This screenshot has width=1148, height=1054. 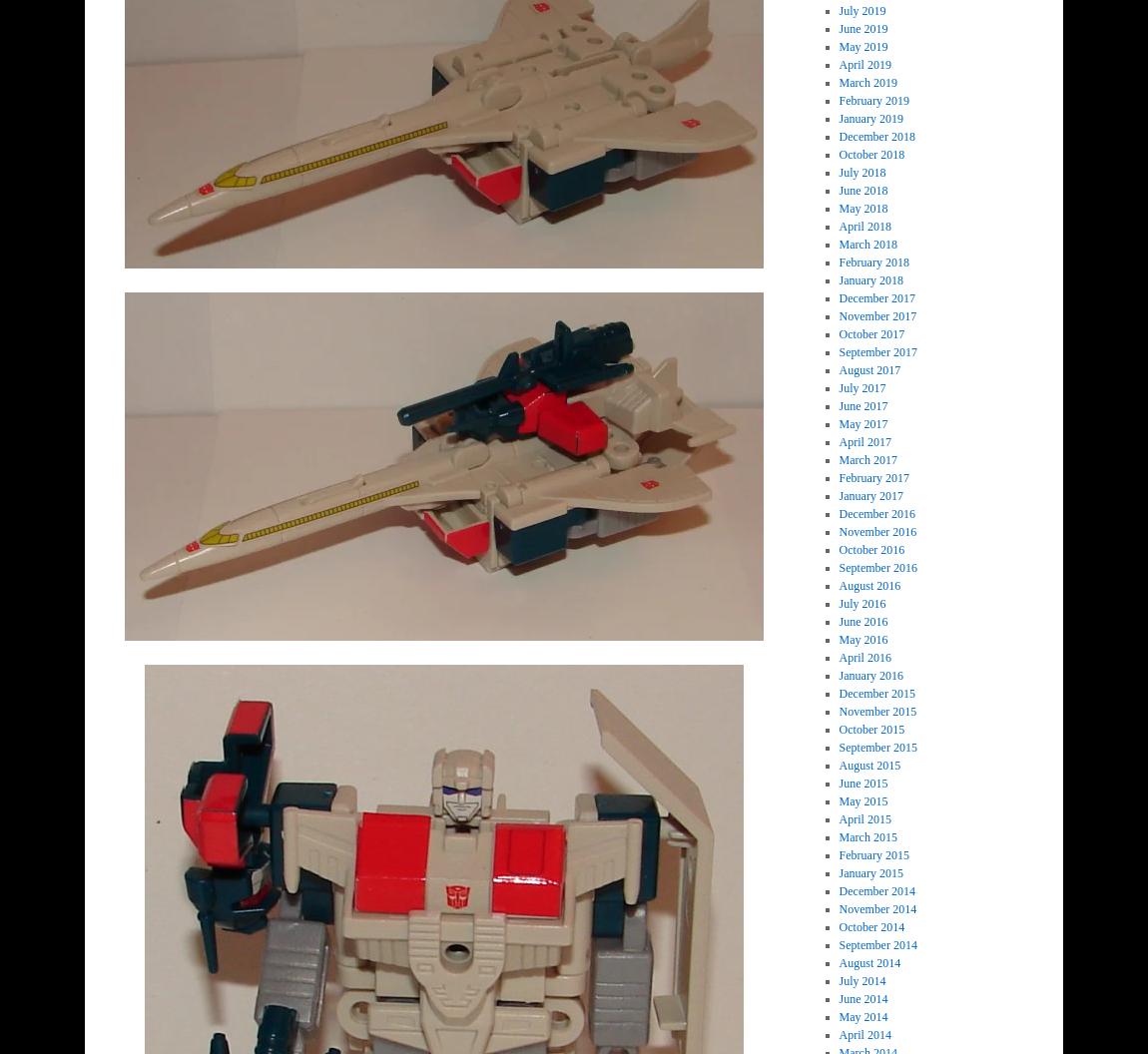 What do you see at coordinates (876, 297) in the screenshot?
I see `'December 2017'` at bounding box center [876, 297].